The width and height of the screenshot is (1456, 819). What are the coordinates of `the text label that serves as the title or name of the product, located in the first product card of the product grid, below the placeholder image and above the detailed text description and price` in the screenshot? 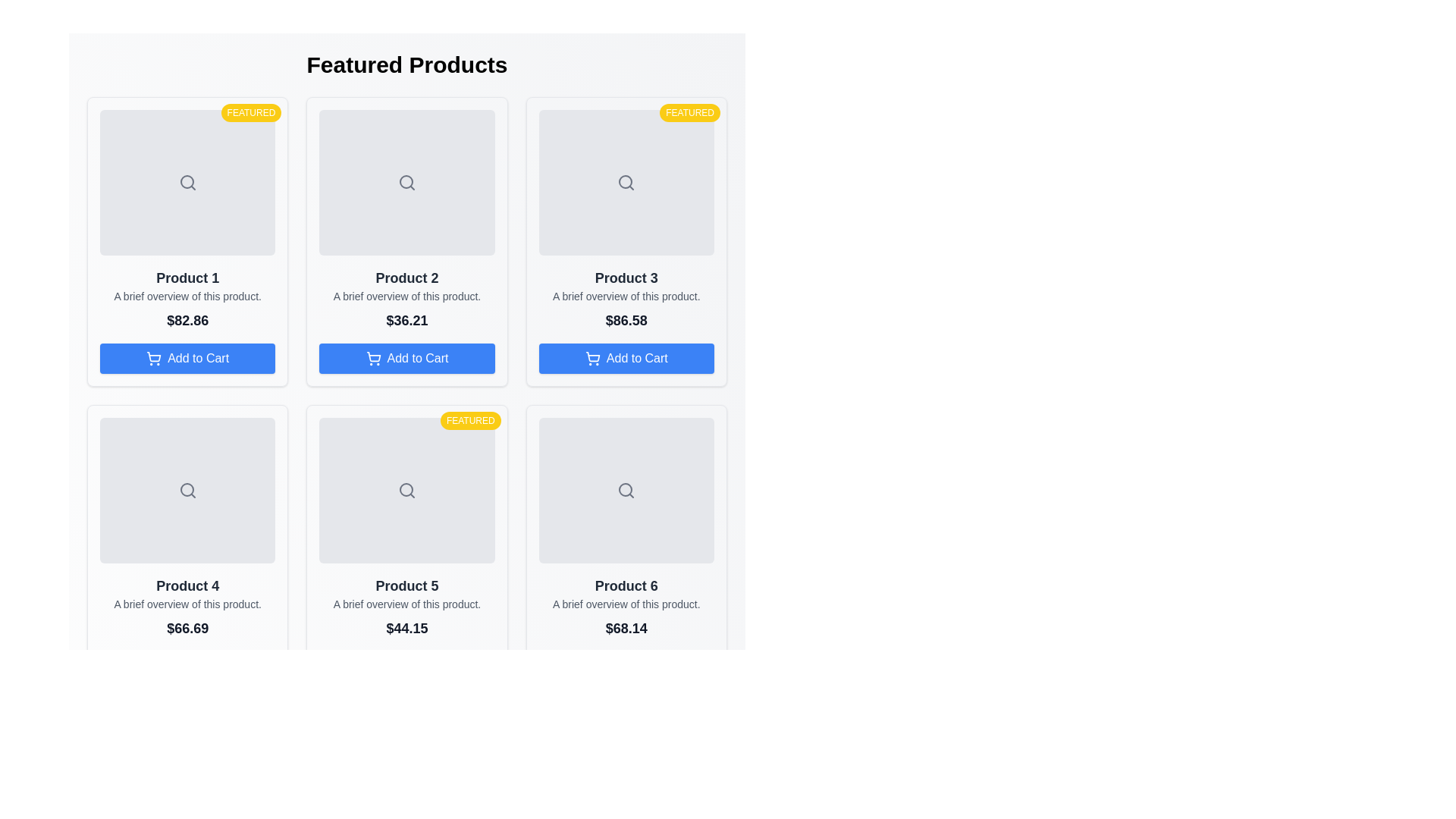 It's located at (187, 278).